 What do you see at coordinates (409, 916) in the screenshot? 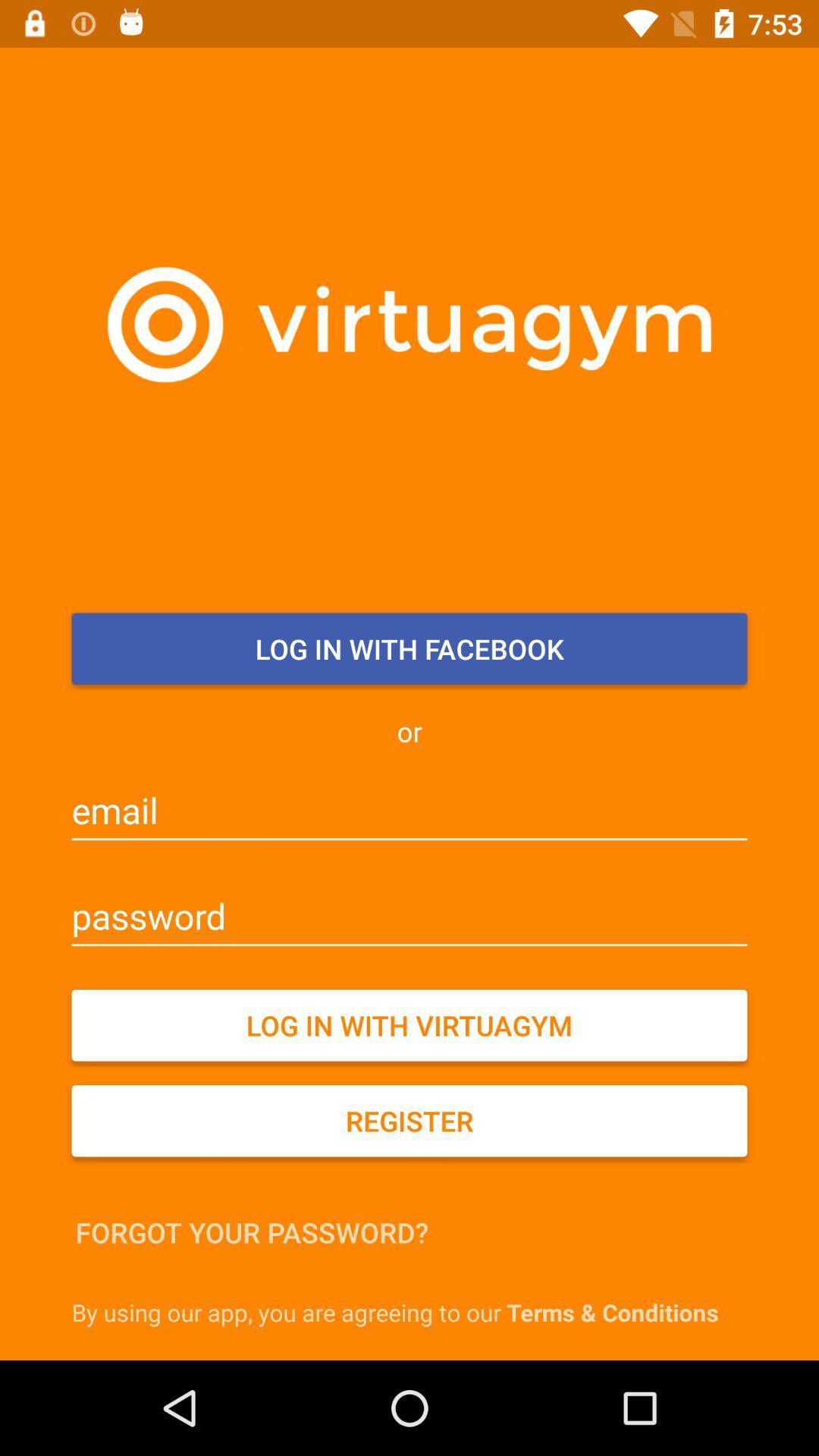
I see `password` at bounding box center [409, 916].